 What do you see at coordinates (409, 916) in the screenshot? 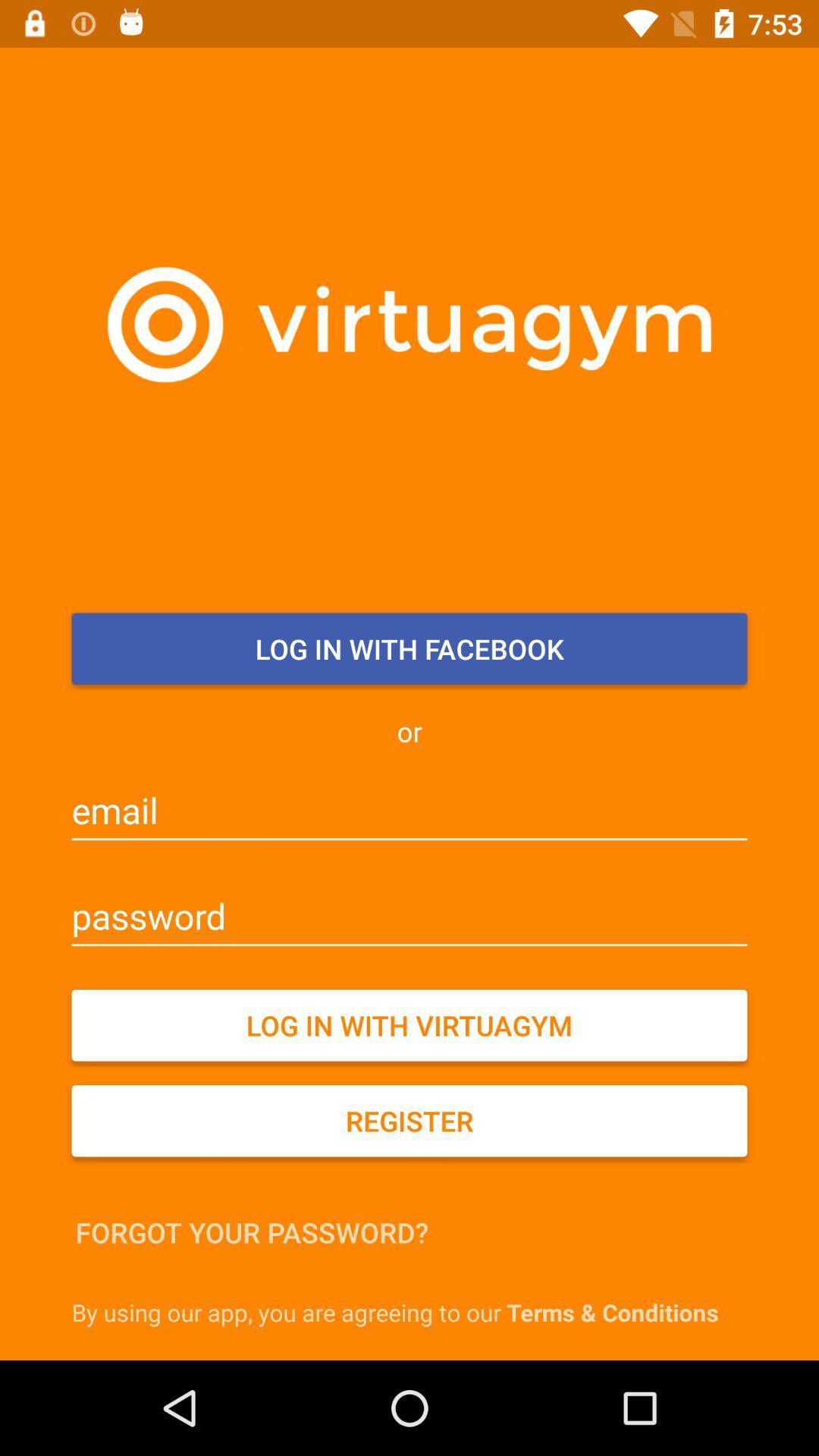
I see `password` at bounding box center [409, 916].